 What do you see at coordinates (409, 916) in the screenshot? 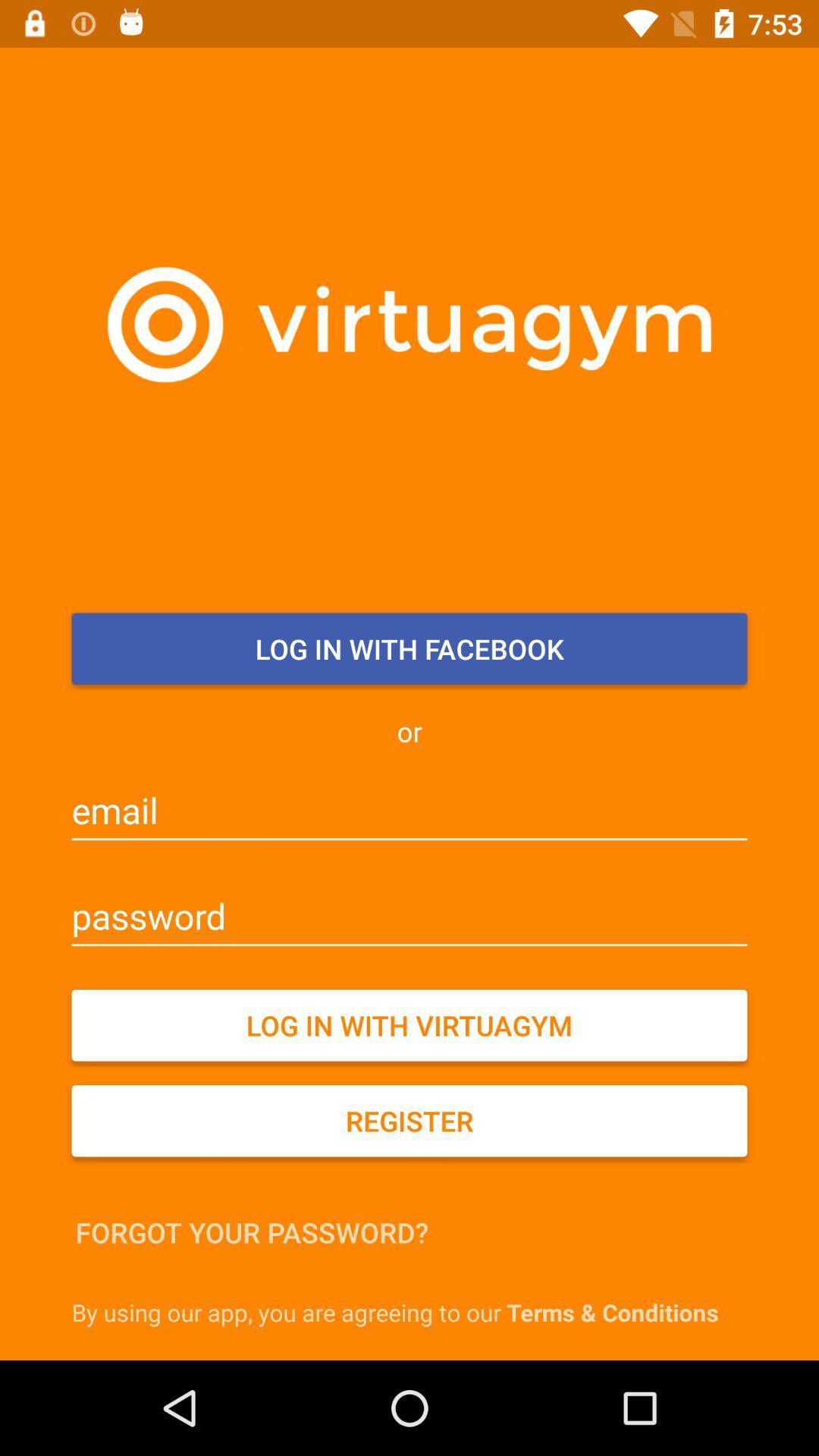
I see `password` at bounding box center [409, 916].